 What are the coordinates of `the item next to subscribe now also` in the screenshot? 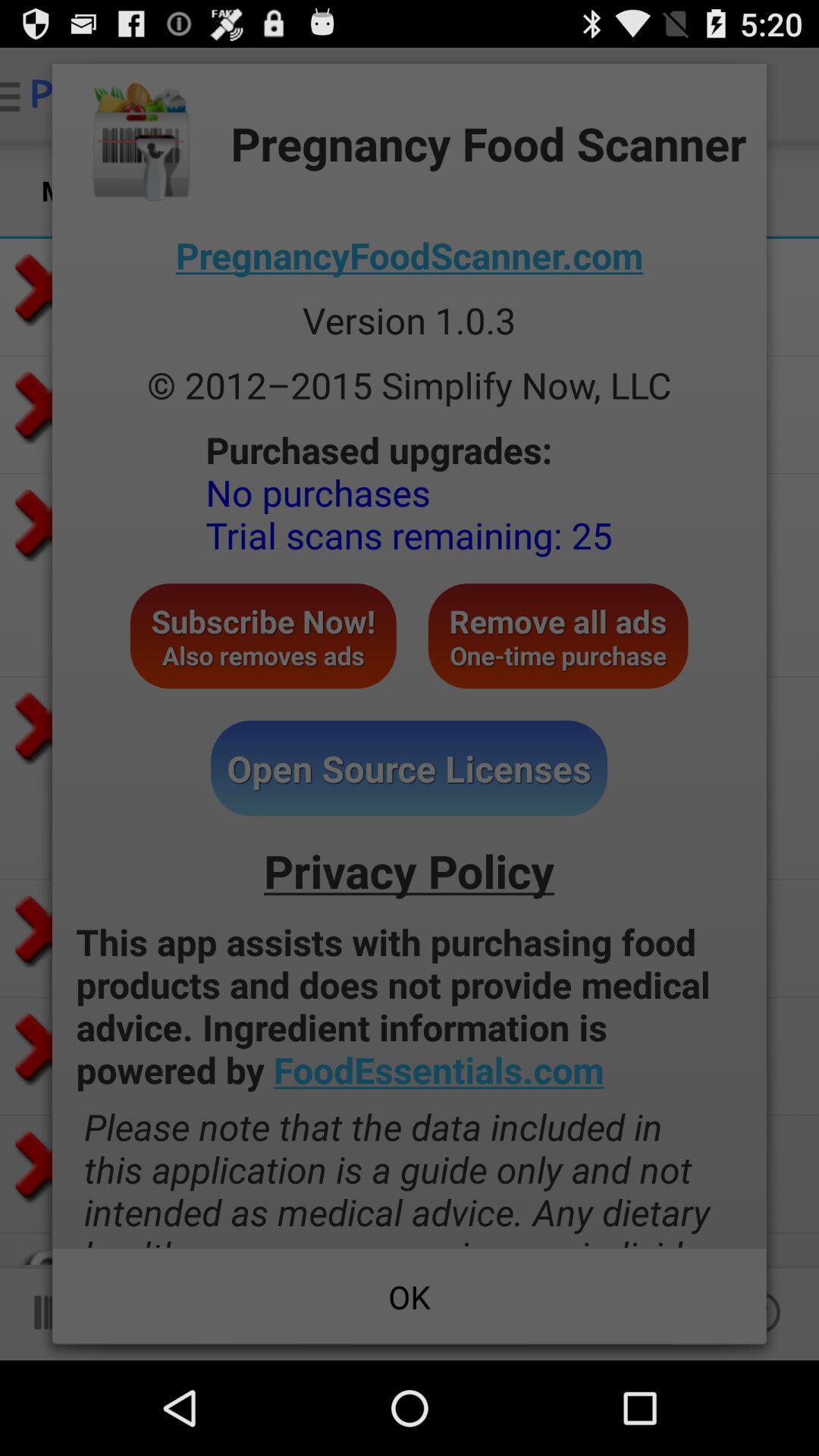 It's located at (558, 635).